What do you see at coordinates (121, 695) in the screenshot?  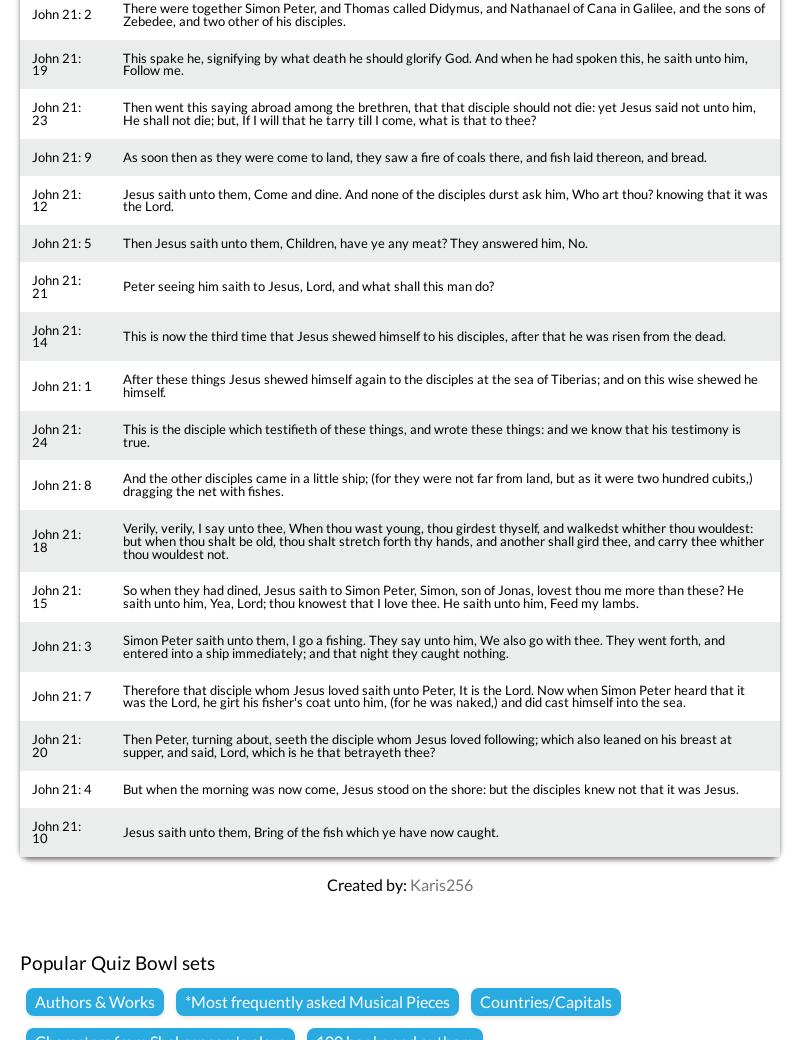 I see `'Therefore that disciple whom Jesus loved saith unto Peter, It is the Lord. Now when Simon Peter heard that it was the Lord, he girt his fisher's coat unto him, (for he was naked,) and did cast himself into the sea.'` at bounding box center [121, 695].